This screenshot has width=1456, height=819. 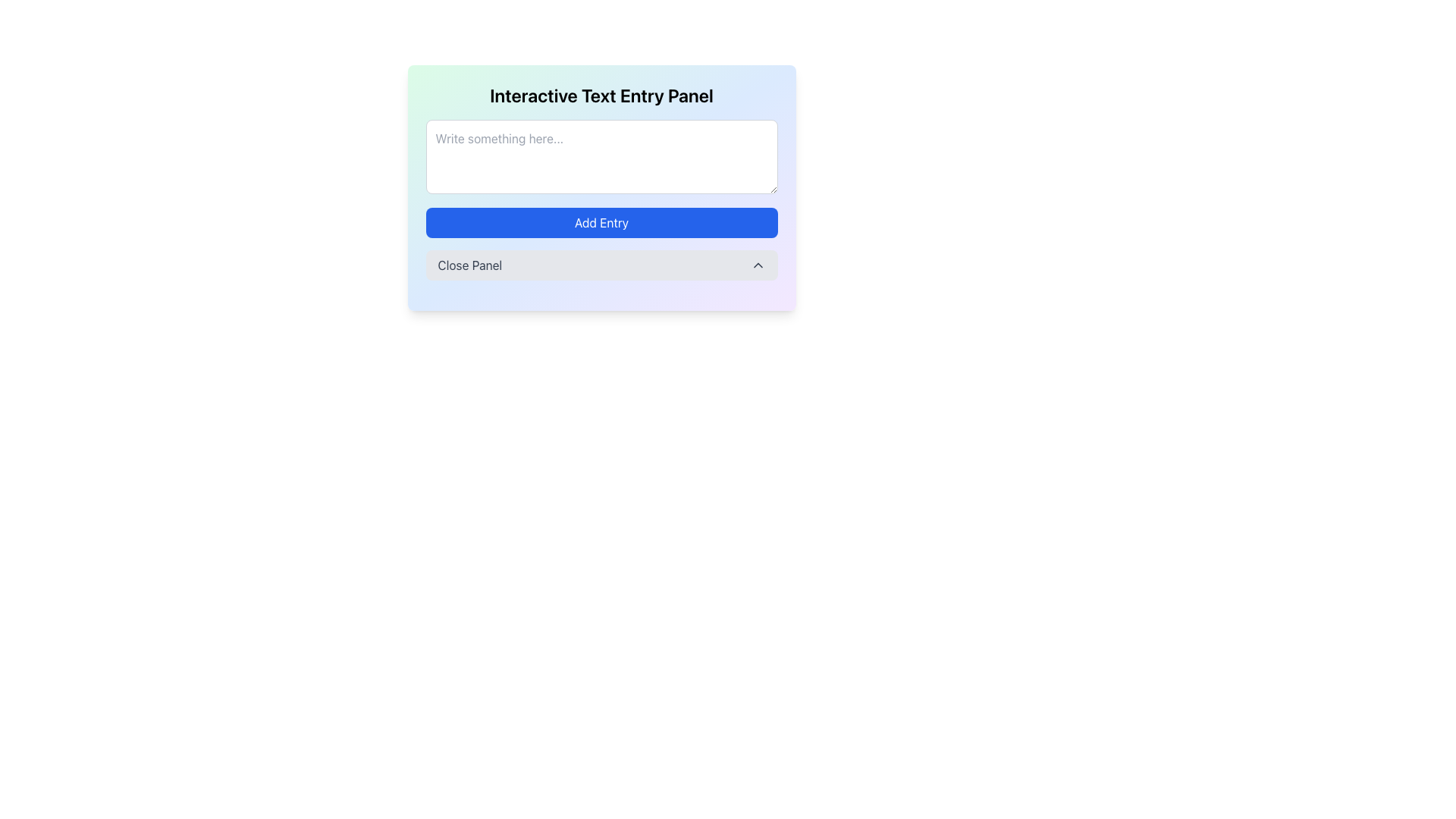 I want to click on the blue rectangular button labeled 'Add Entry' to observe the hover effect, so click(x=601, y=222).